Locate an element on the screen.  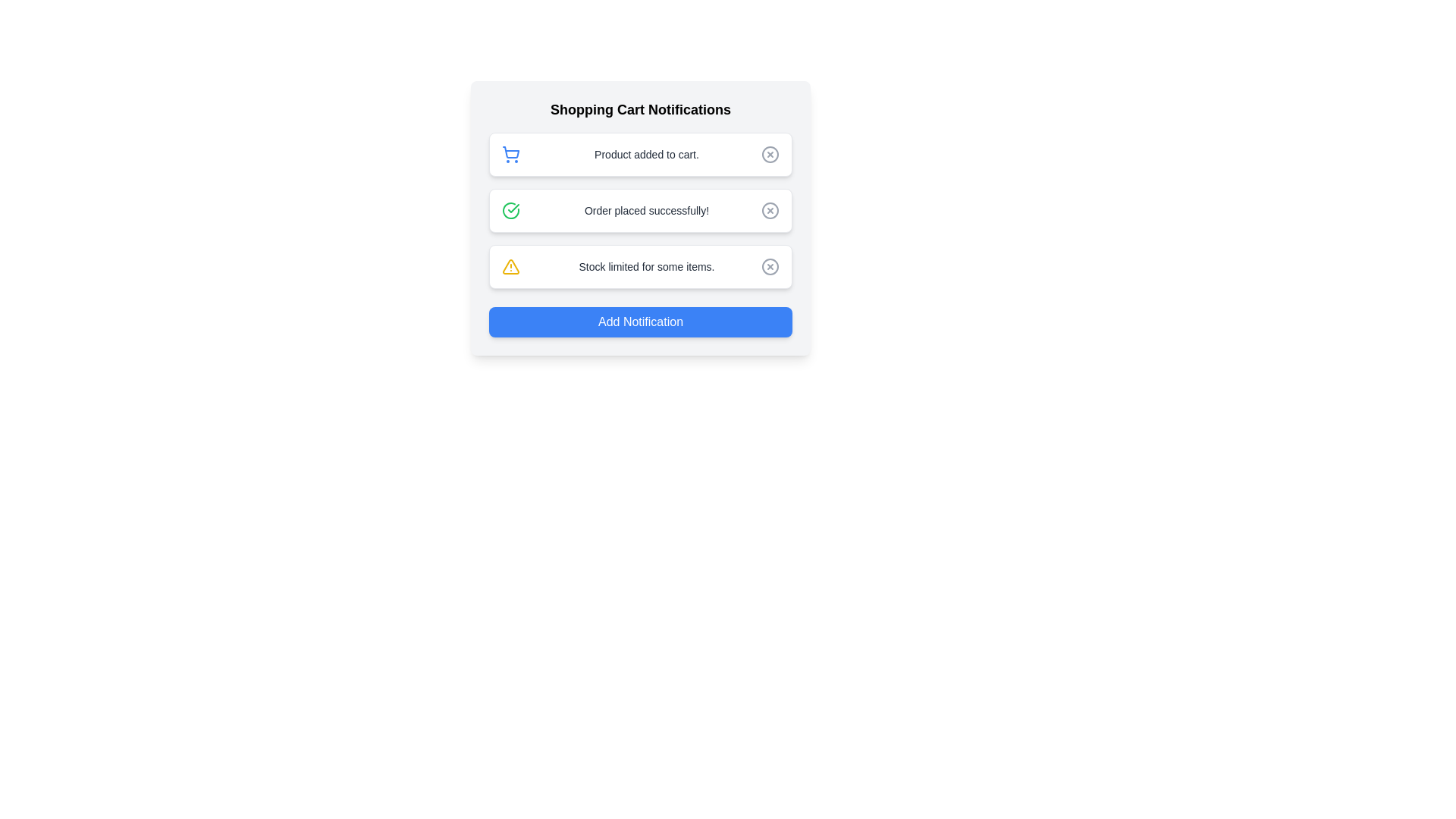
the triangular yellow warning icon located to the left of the text 'Stock limited for some items' in the third notification row is located at coordinates (510, 265).